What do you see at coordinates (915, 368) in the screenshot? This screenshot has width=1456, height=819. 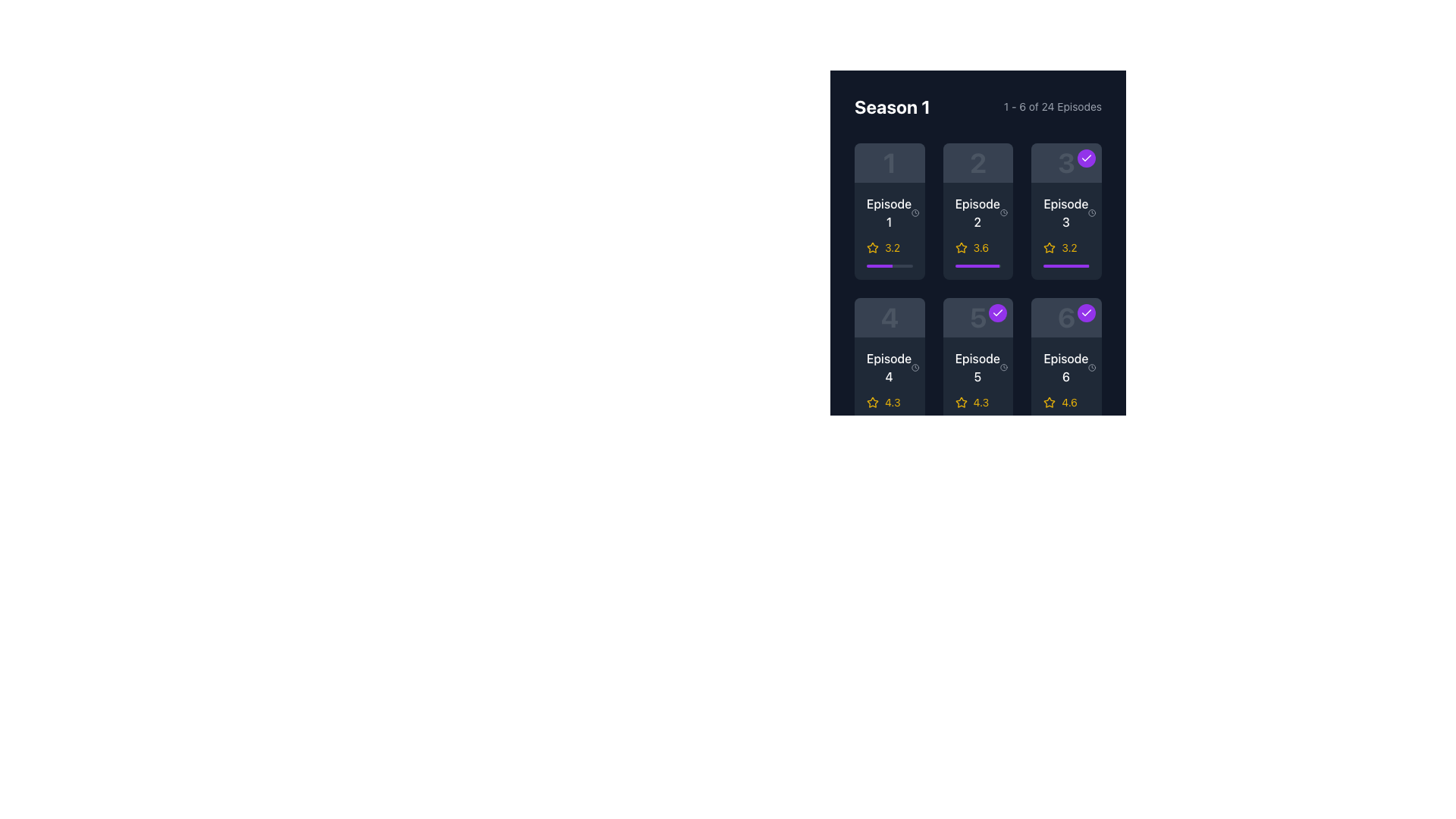 I see `the circular clock icon with a hand design located next to the text '42 min' in the bottom left corner of the 'Episode 4' box` at bounding box center [915, 368].